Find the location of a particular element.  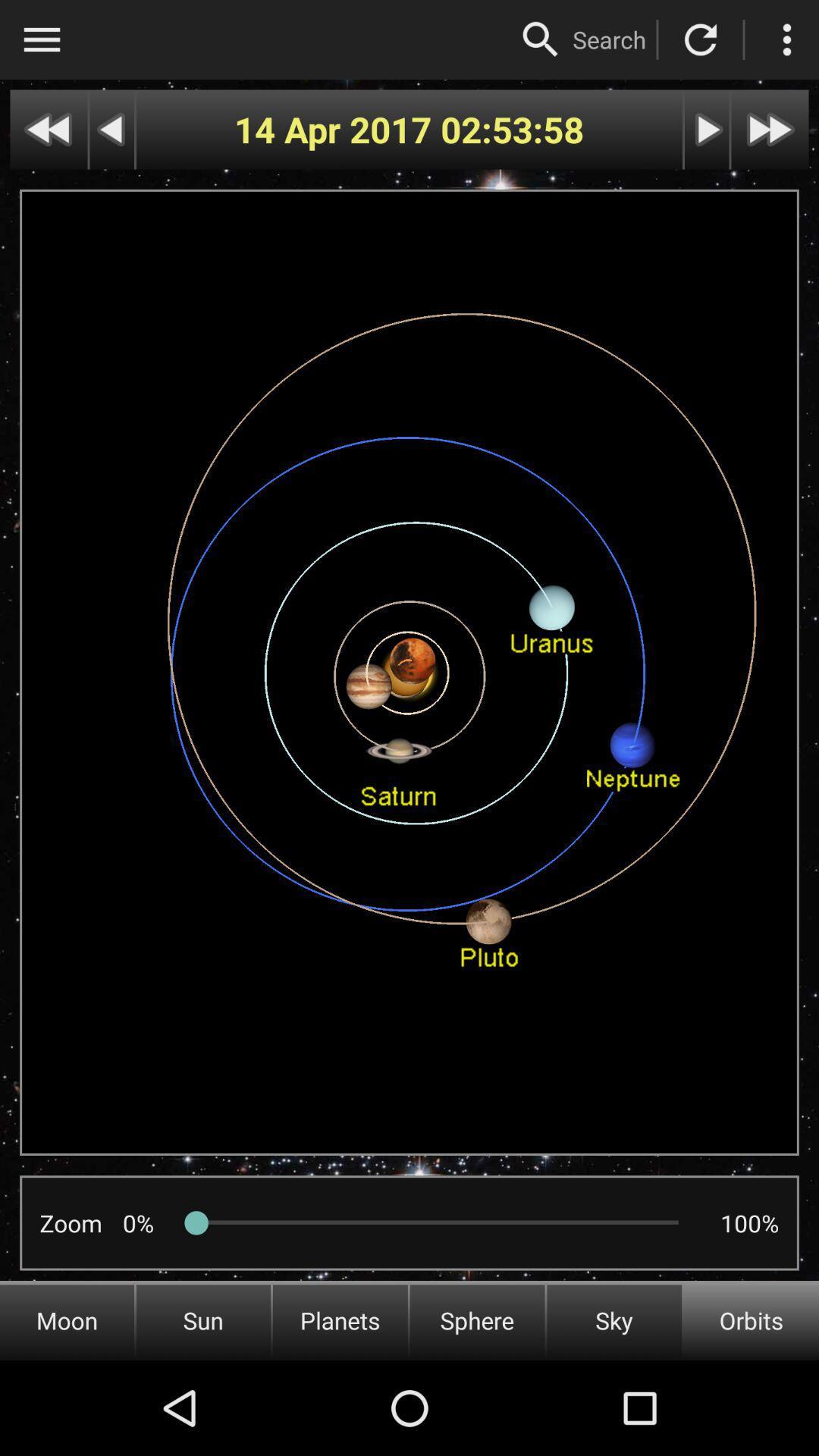

advance one month is located at coordinates (770, 130).